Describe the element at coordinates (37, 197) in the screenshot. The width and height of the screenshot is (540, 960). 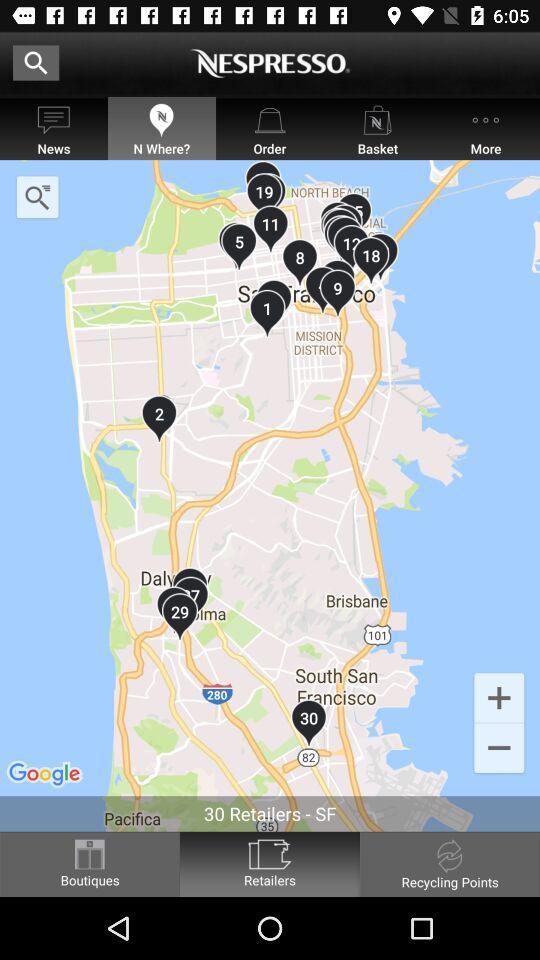
I see `the search icon` at that location.